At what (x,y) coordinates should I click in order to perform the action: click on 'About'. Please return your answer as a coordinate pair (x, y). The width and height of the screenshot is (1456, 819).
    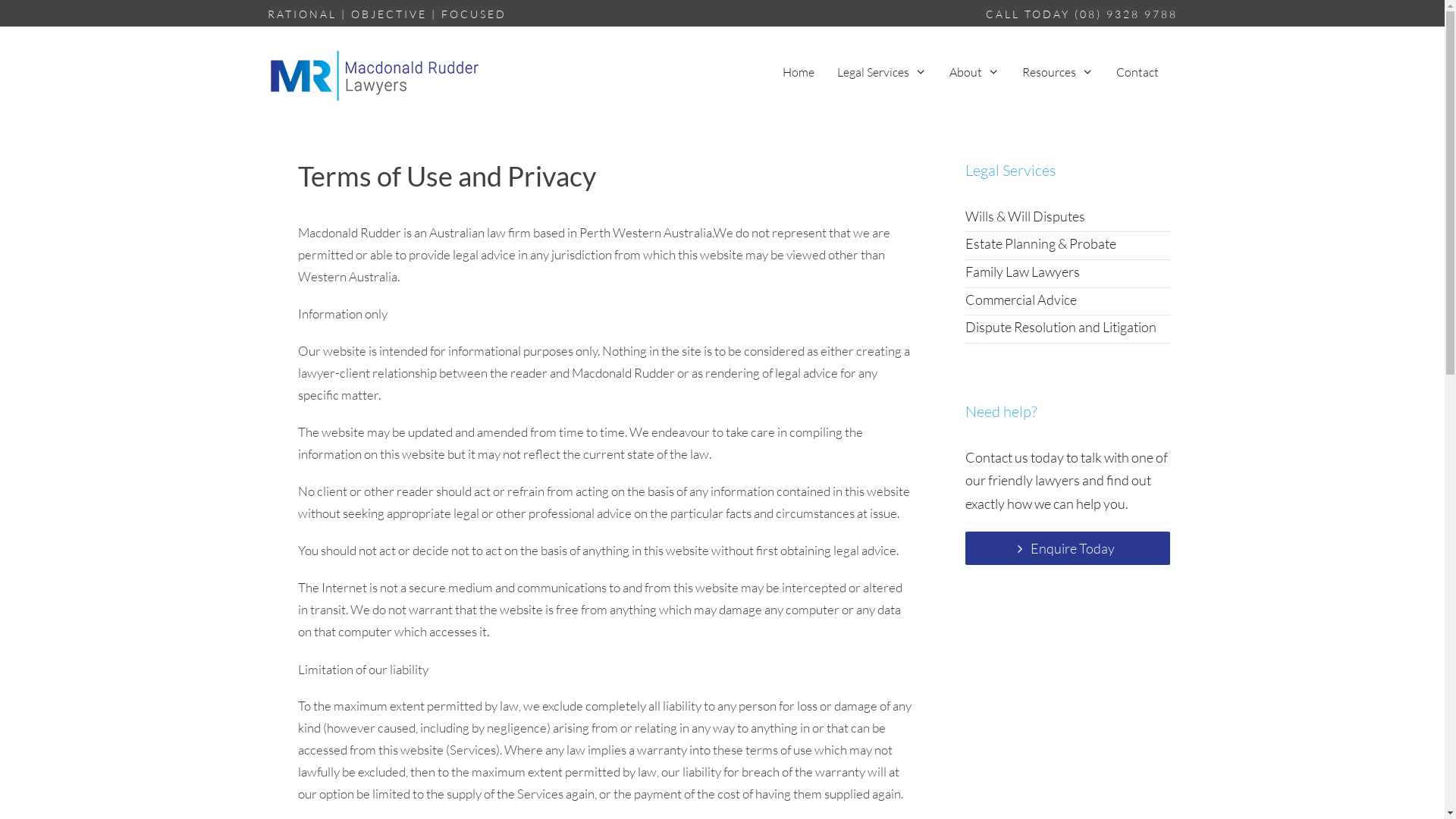
    Looking at the image, I should click on (974, 72).